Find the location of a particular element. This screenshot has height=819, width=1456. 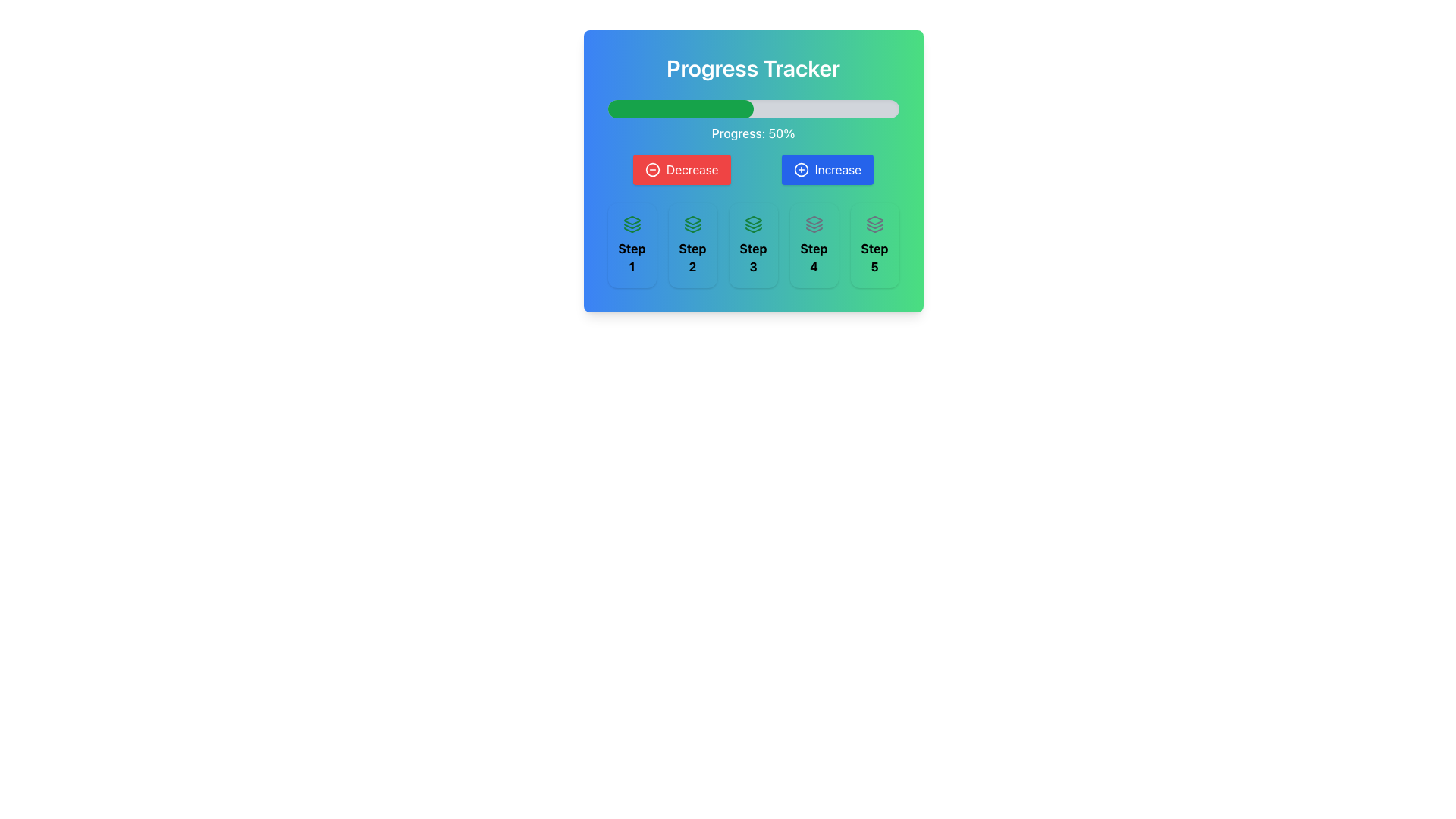

the Informational Display element that features an icon resembling stacked layers above the text 'Step 1', which is located in a light blue-green rounded rectangle is located at coordinates (632, 245).